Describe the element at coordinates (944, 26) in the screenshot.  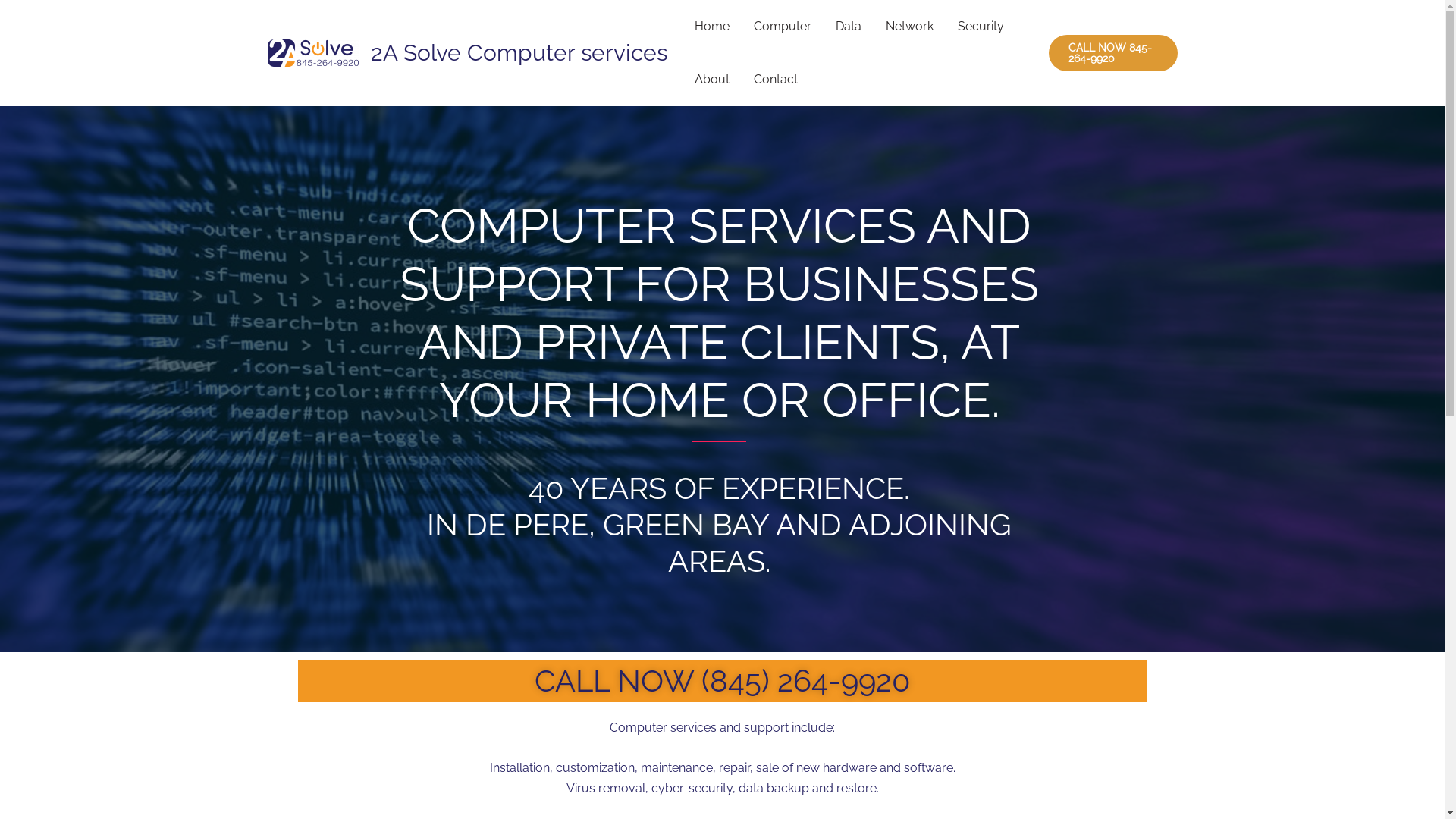
I see `'Security'` at that location.